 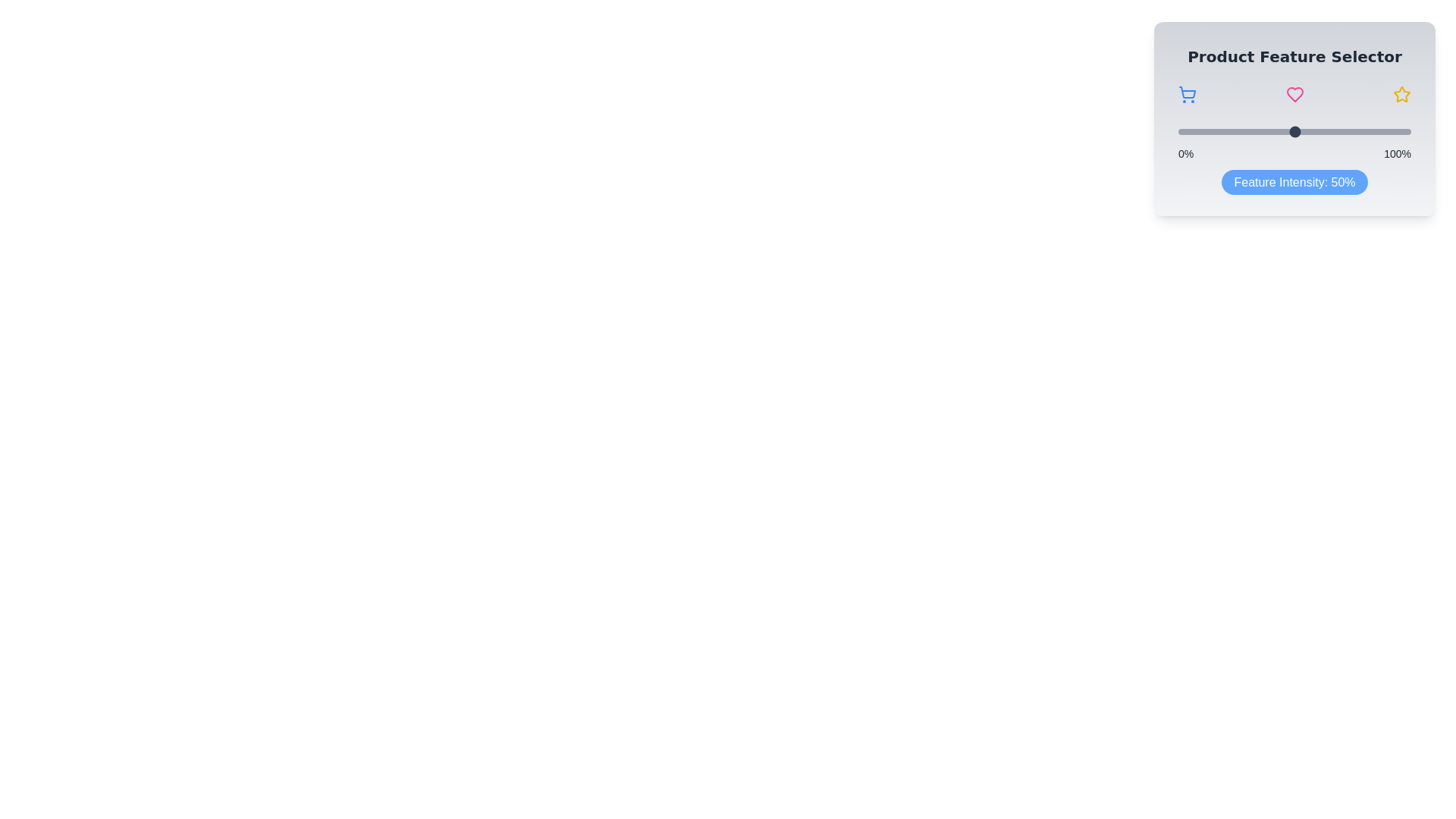 I want to click on the star icon, so click(x=1401, y=94).